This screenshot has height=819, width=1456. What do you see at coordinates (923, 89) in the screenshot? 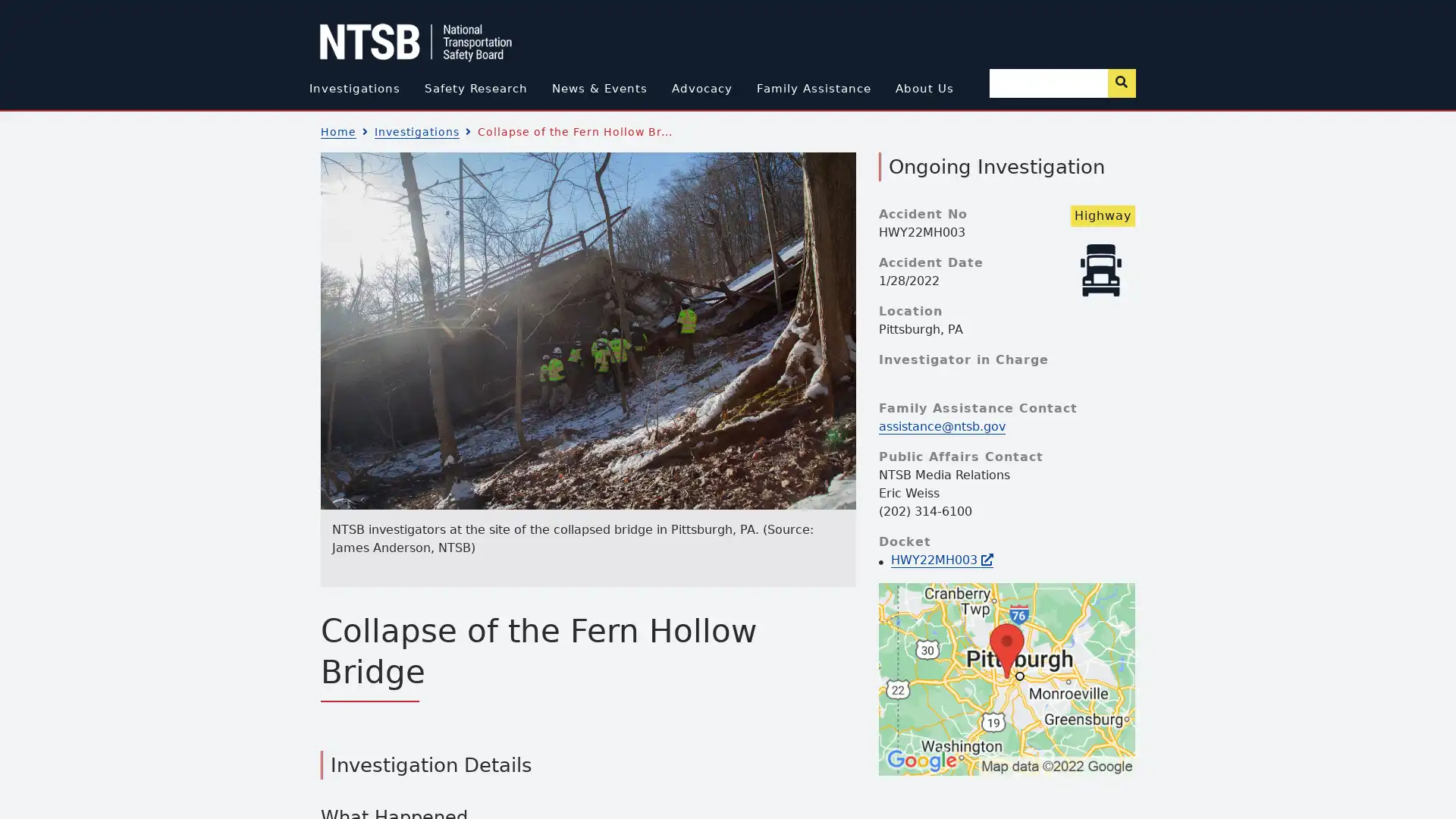
I see `About Us` at bounding box center [923, 89].